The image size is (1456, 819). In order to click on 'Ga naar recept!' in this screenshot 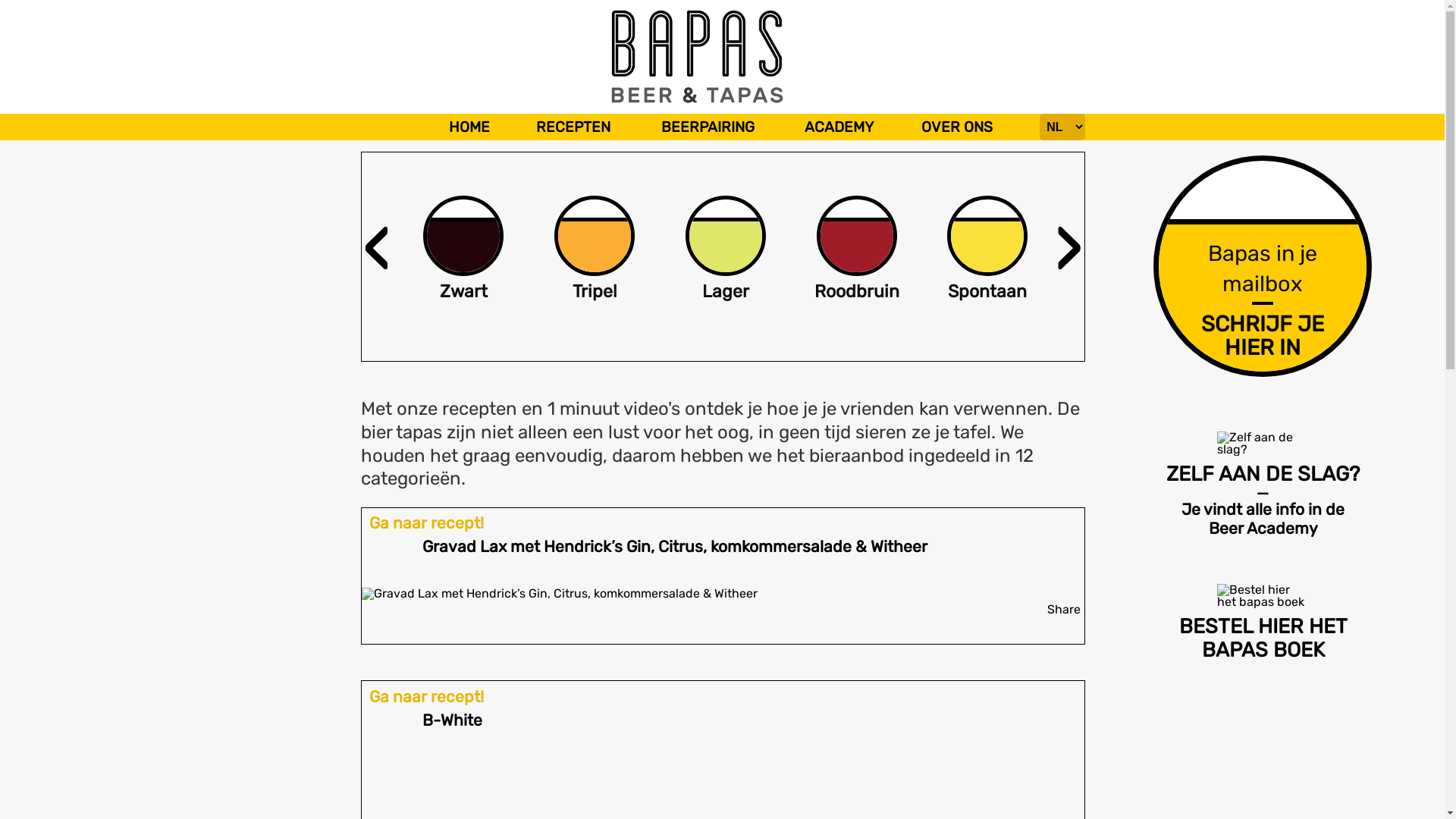, I will do `click(425, 522)`.